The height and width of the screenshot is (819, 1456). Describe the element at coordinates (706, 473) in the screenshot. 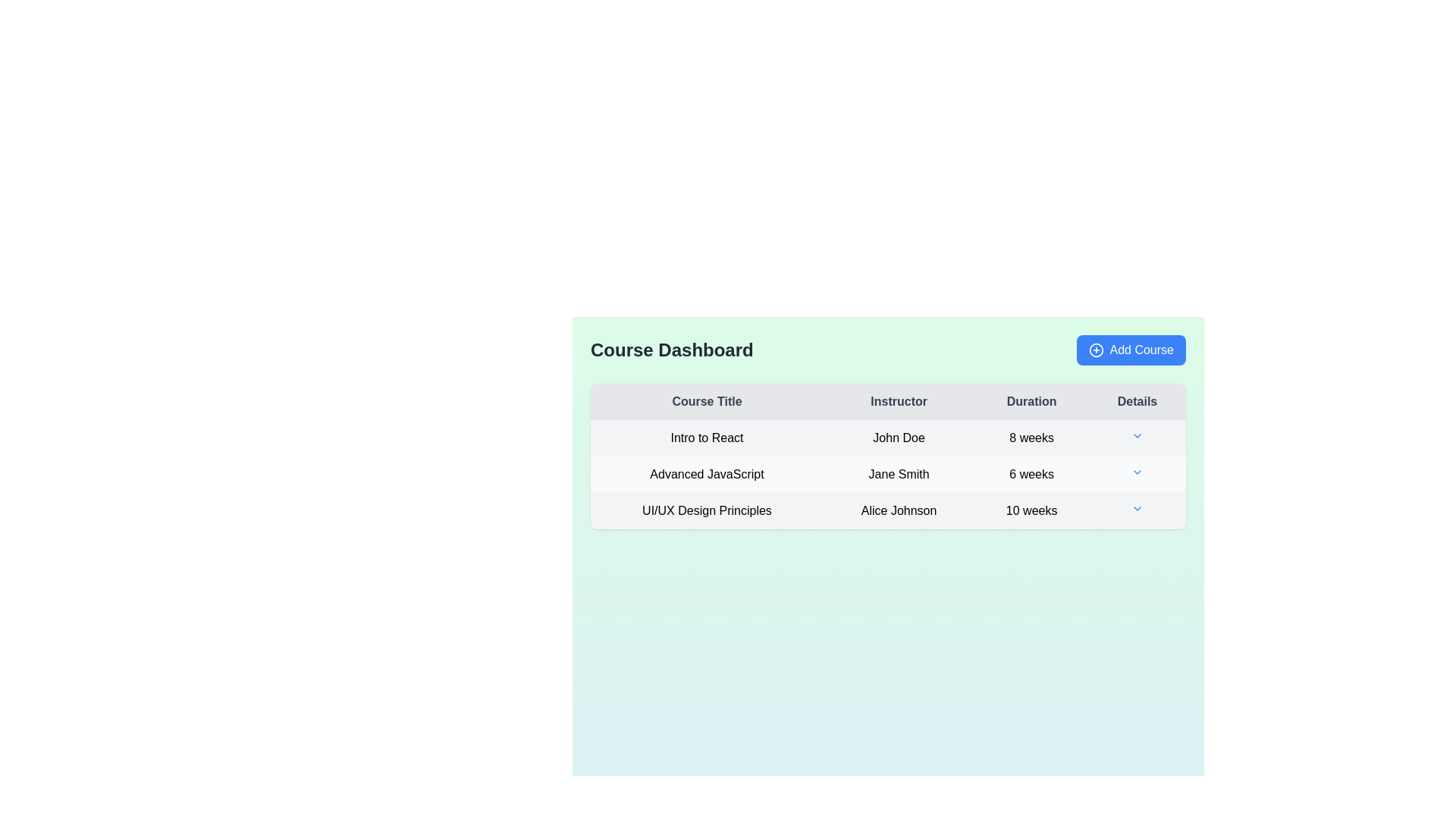

I see `and read the text label for the course titled 'Advanced JavaScript', which is positioned under the 'Course Title' column` at that location.